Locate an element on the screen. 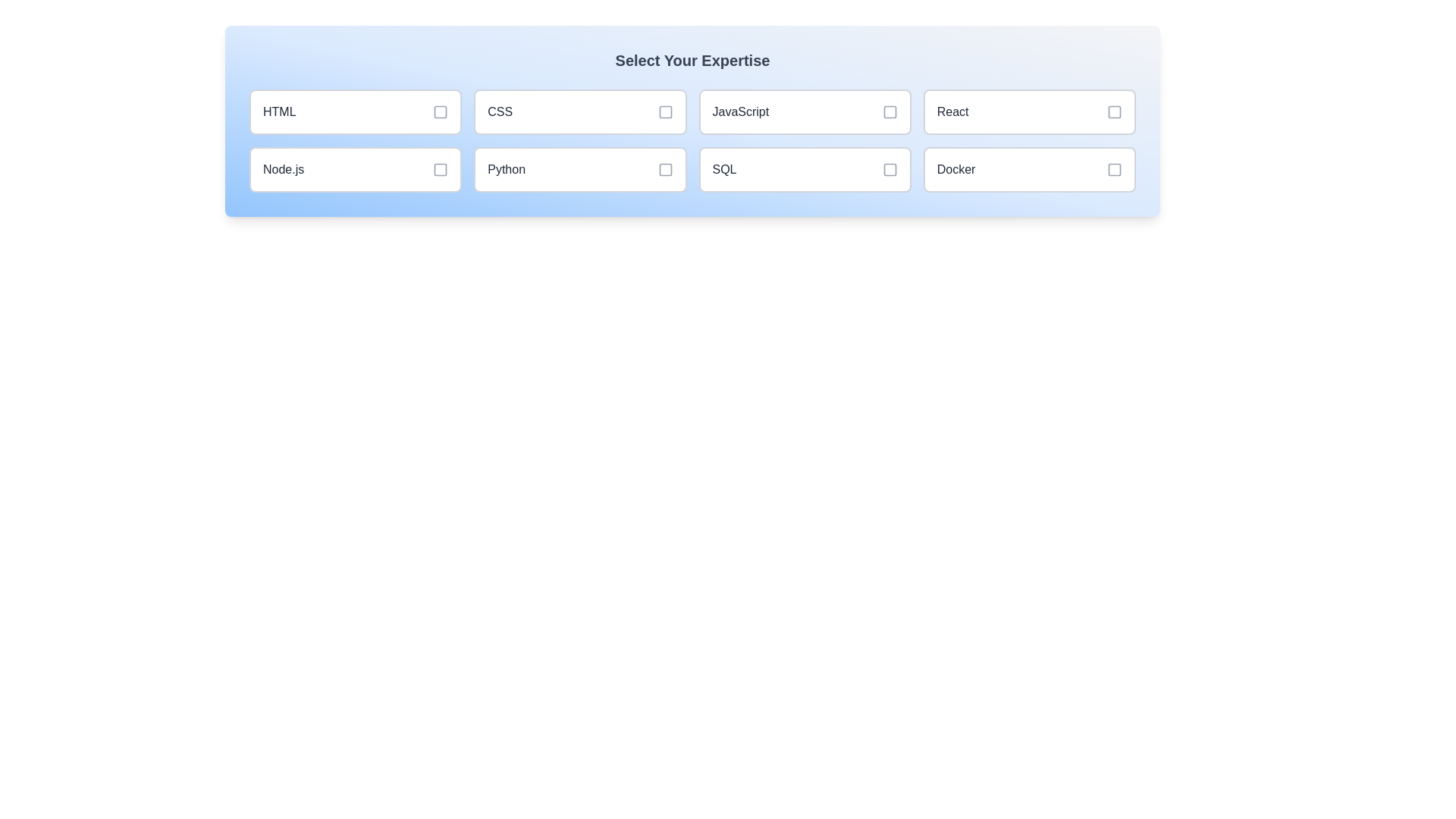 This screenshot has width=1456, height=819. the skill item labeled Docker to toggle its selection state is located at coordinates (1029, 169).